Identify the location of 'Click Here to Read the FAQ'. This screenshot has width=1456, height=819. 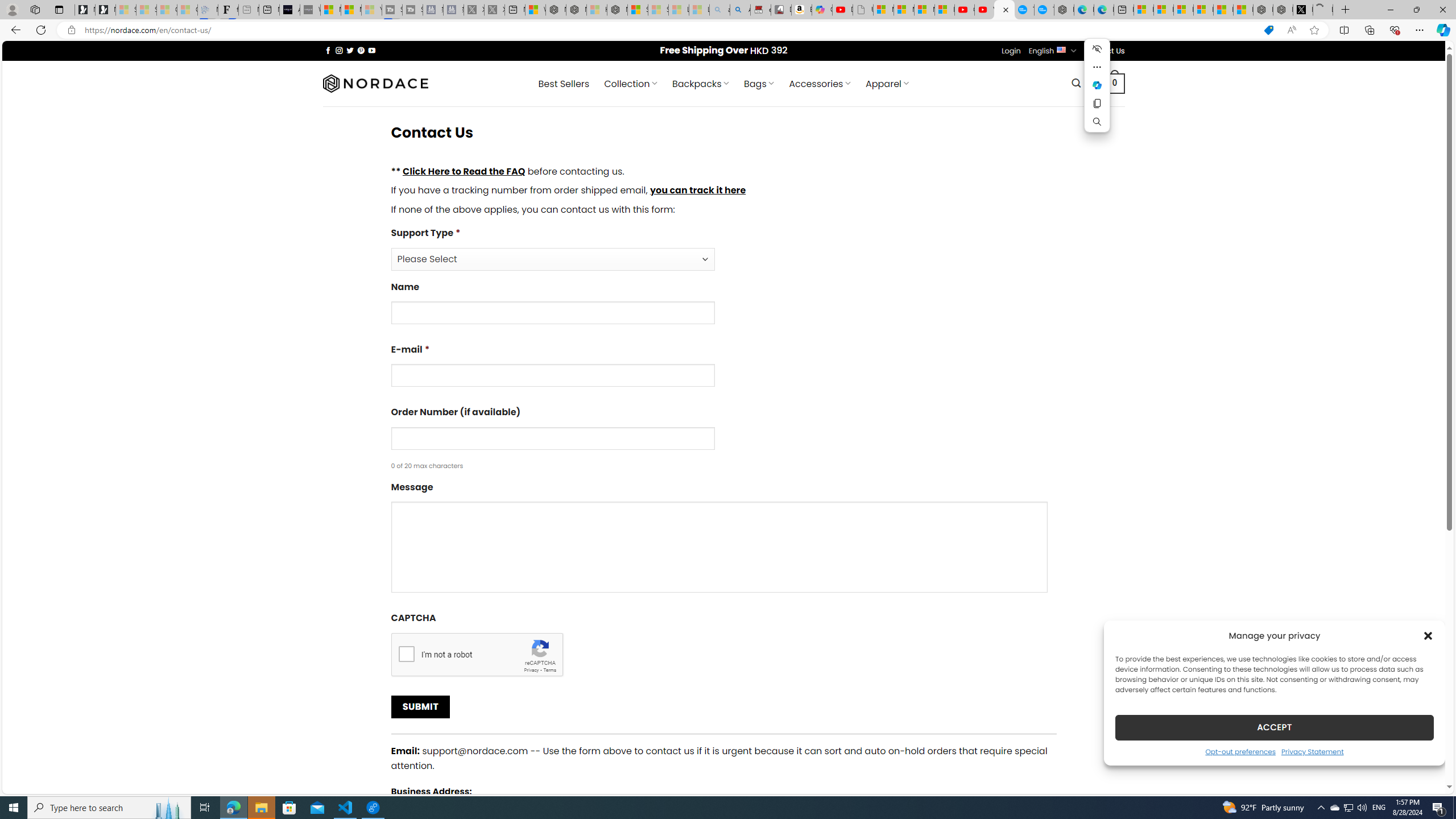
(464, 170).